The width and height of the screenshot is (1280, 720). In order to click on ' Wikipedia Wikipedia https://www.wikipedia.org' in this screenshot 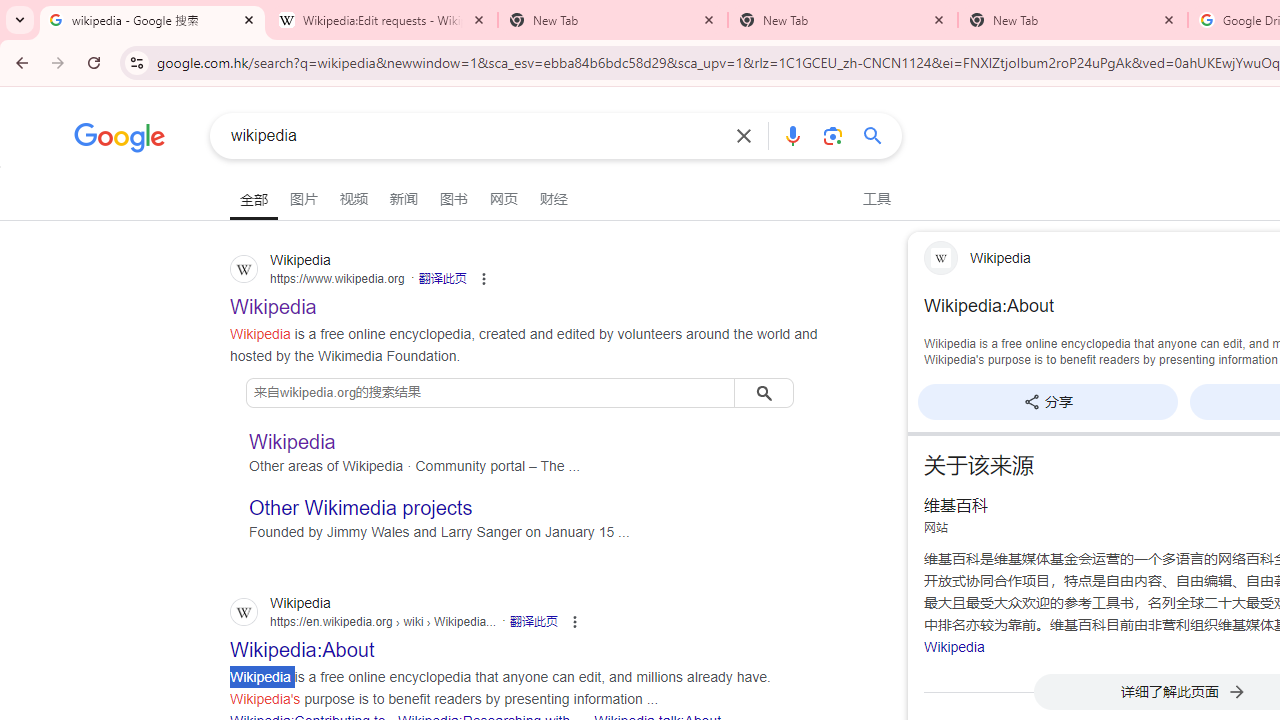, I will do `click(272, 301)`.